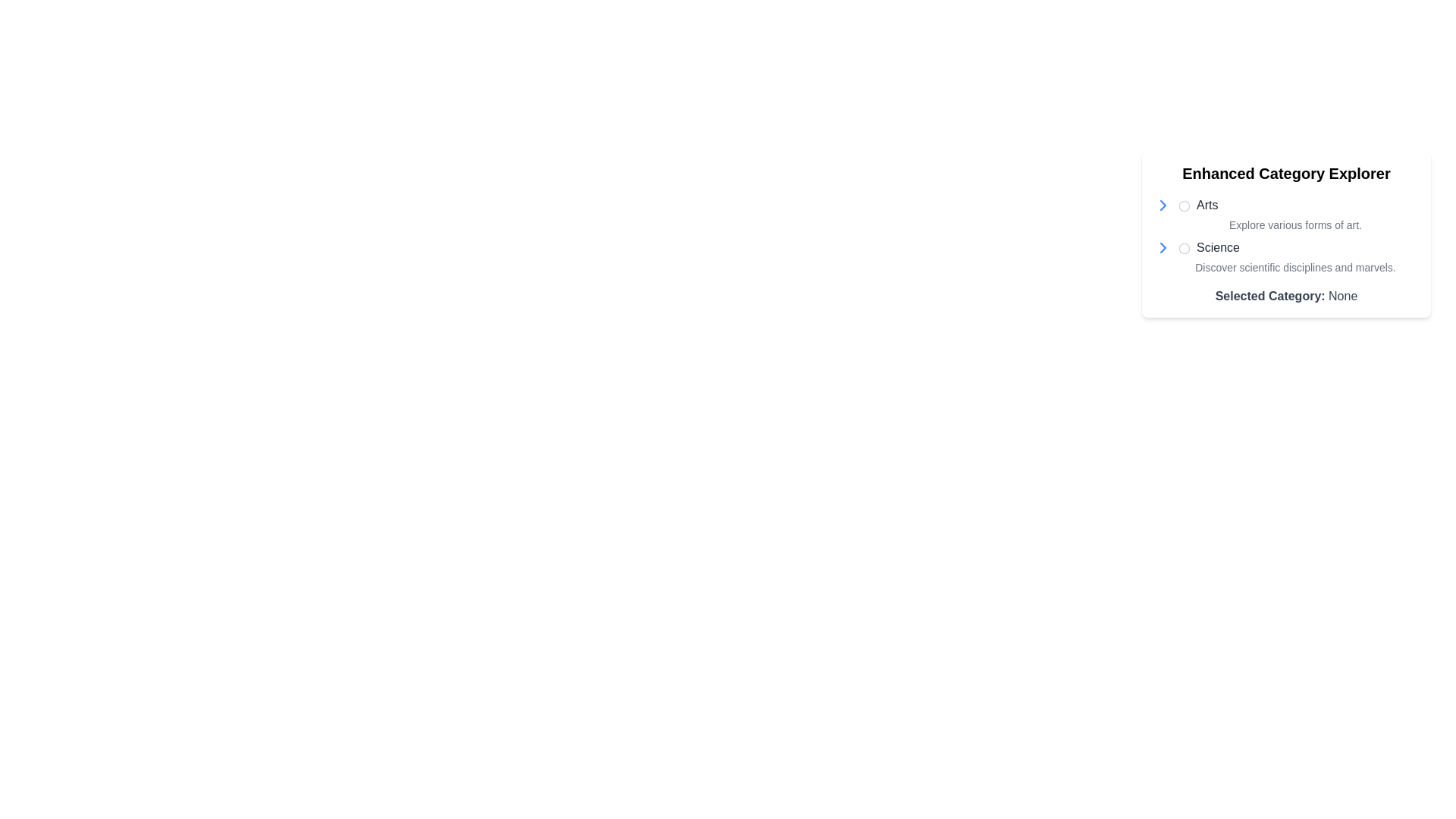 The image size is (1456, 819). What do you see at coordinates (1197, 205) in the screenshot?
I see `the 'Arts' category label in the Enhanced Category Explorer modal` at bounding box center [1197, 205].